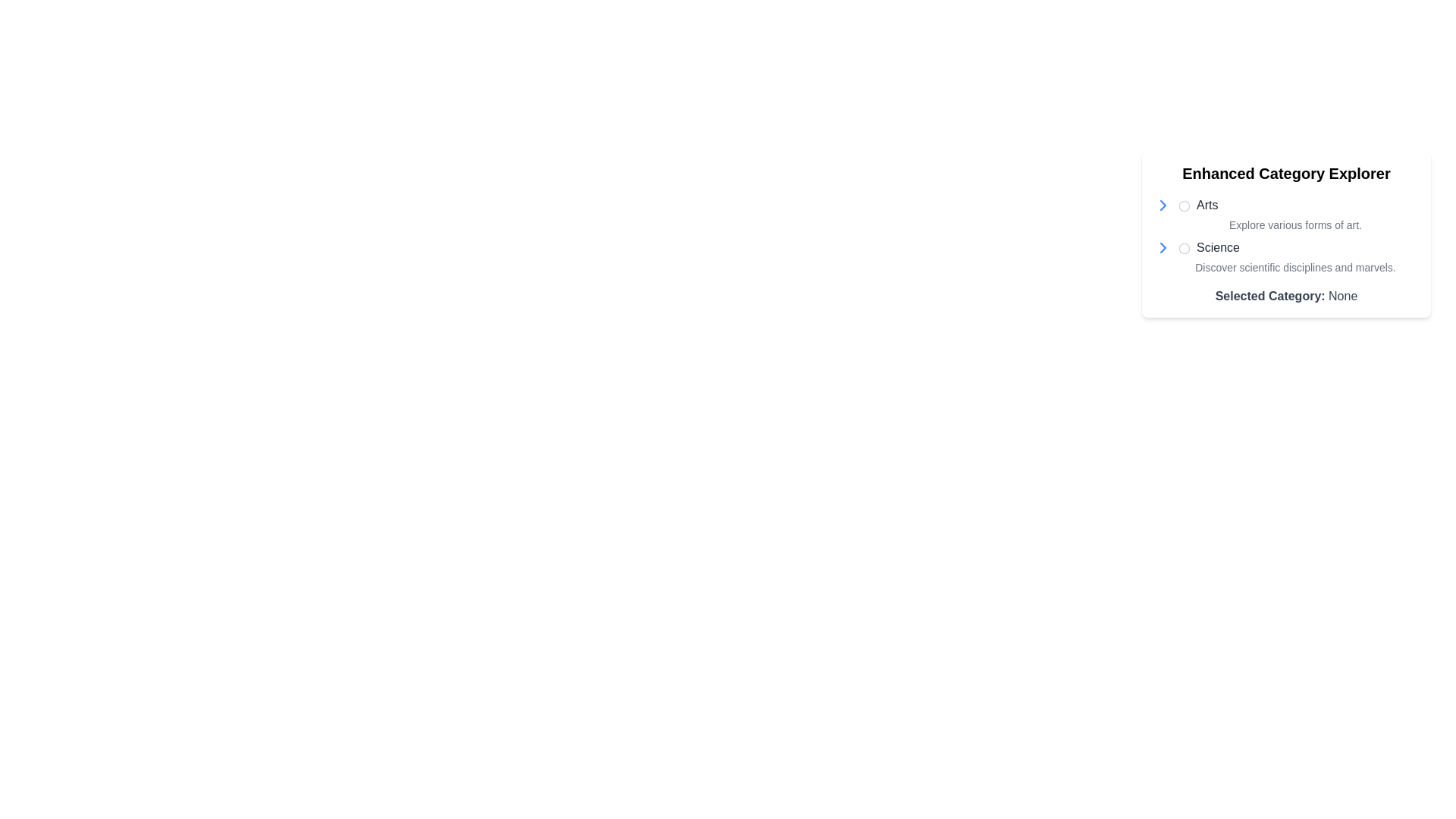 The image size is (1456, 819). What do you see at coordinates (1197, 205) in the screenshot?
I see `the 'Arts' category label in the Enhanced Category Explorer modal` at bounding box center [1197, 205].